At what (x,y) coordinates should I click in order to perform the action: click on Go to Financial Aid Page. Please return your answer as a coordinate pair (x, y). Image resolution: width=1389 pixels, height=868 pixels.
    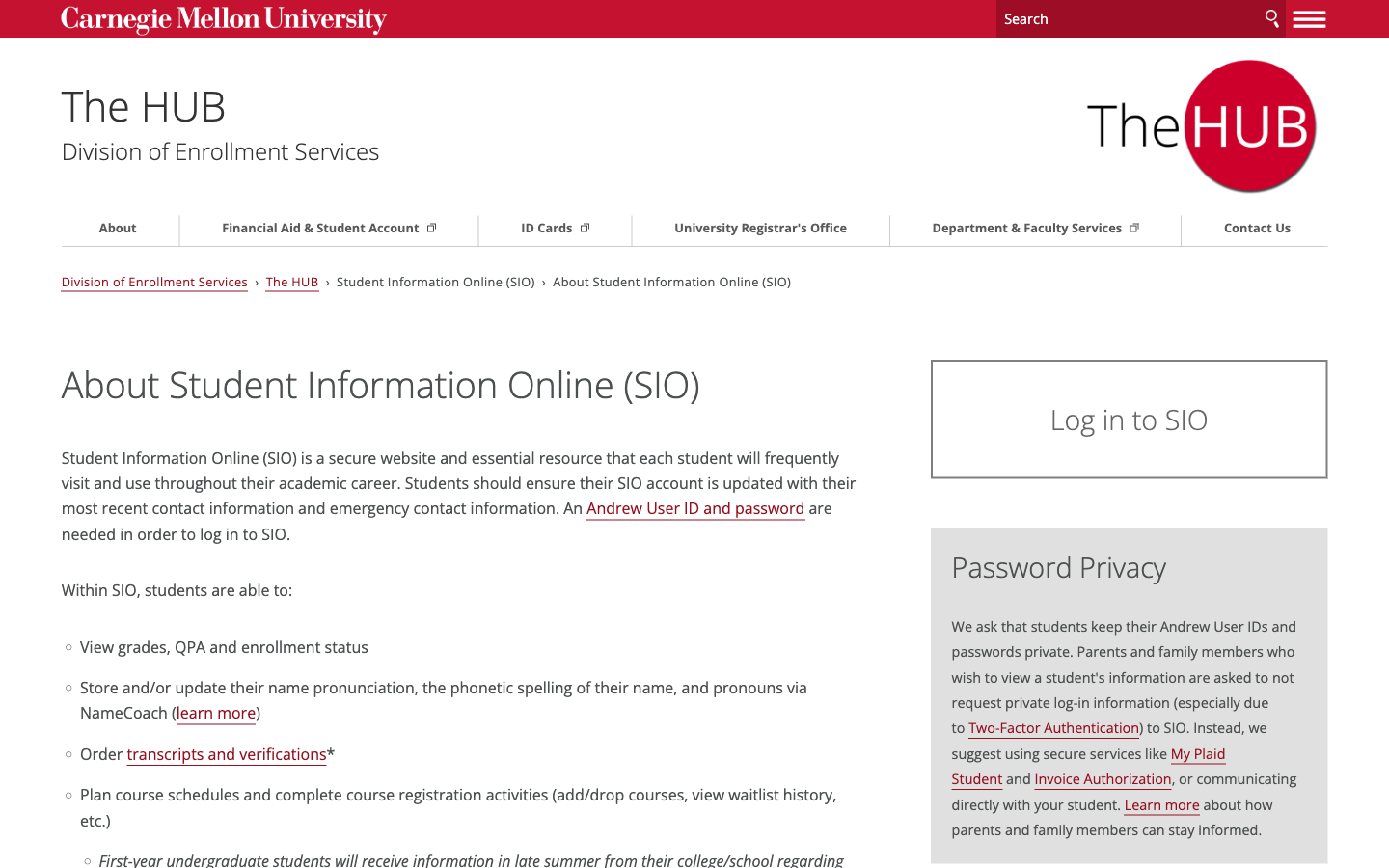
    Looking at the image, I should click on (352, 227).